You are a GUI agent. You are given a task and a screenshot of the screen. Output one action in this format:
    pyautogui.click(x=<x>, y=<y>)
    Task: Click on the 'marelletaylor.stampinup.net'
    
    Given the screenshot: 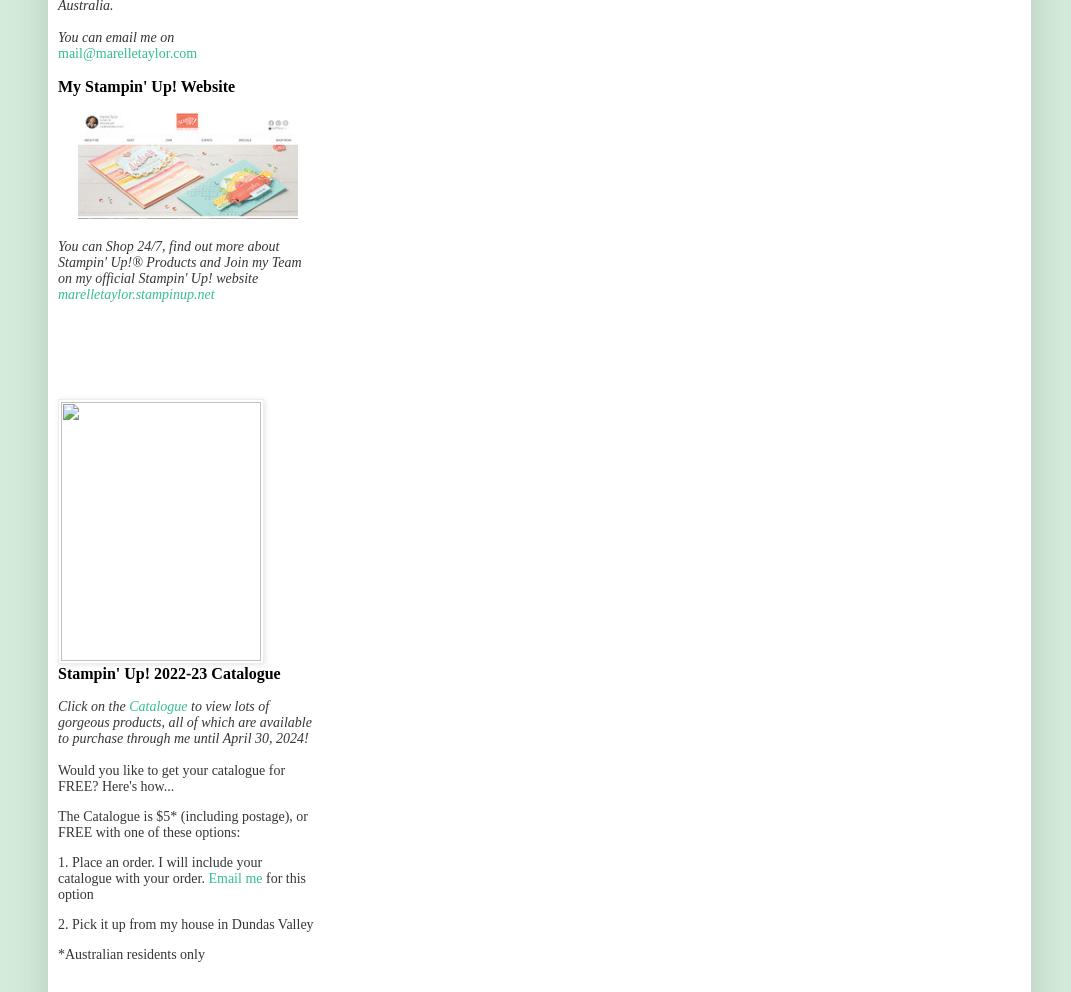 What is the action you would take?
    pyautogui.click(x=136, y=294)
    